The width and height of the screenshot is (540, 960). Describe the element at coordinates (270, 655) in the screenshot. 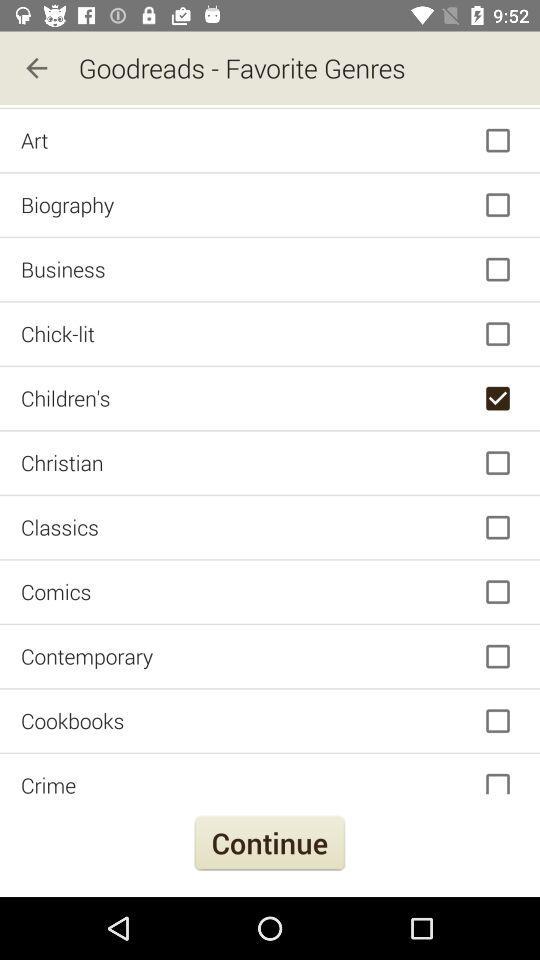

I see `the item above cookbooks item` at that location.